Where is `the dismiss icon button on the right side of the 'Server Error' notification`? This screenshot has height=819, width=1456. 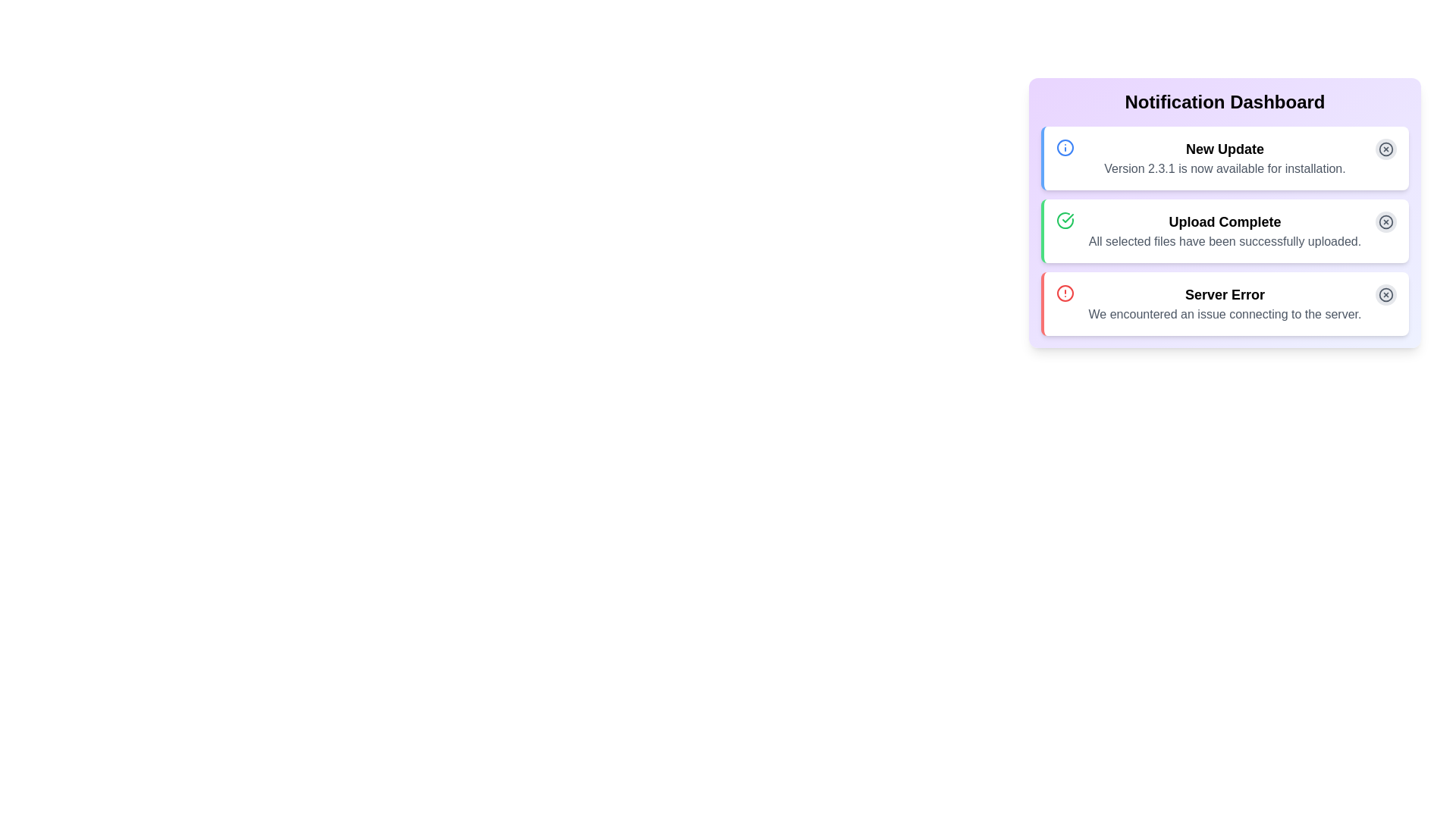 the dismiss icon button on the right side of the 'Server Error' notification is located at coordinates (1386, 295).